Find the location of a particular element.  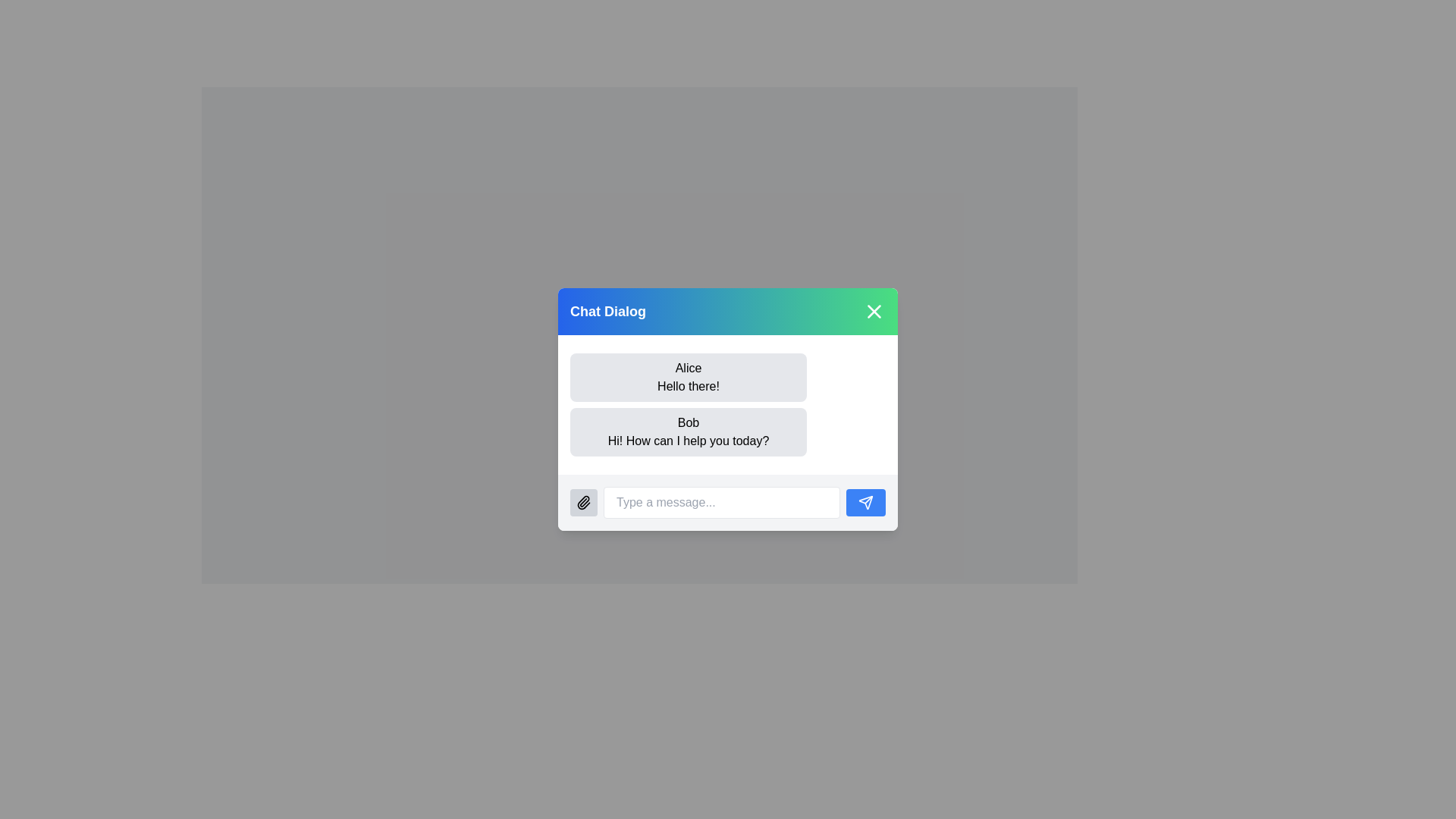

the chat message sent by 'Alice', which is displayed in a text label located in the chat dialog box is located at coordinates (687, 385).